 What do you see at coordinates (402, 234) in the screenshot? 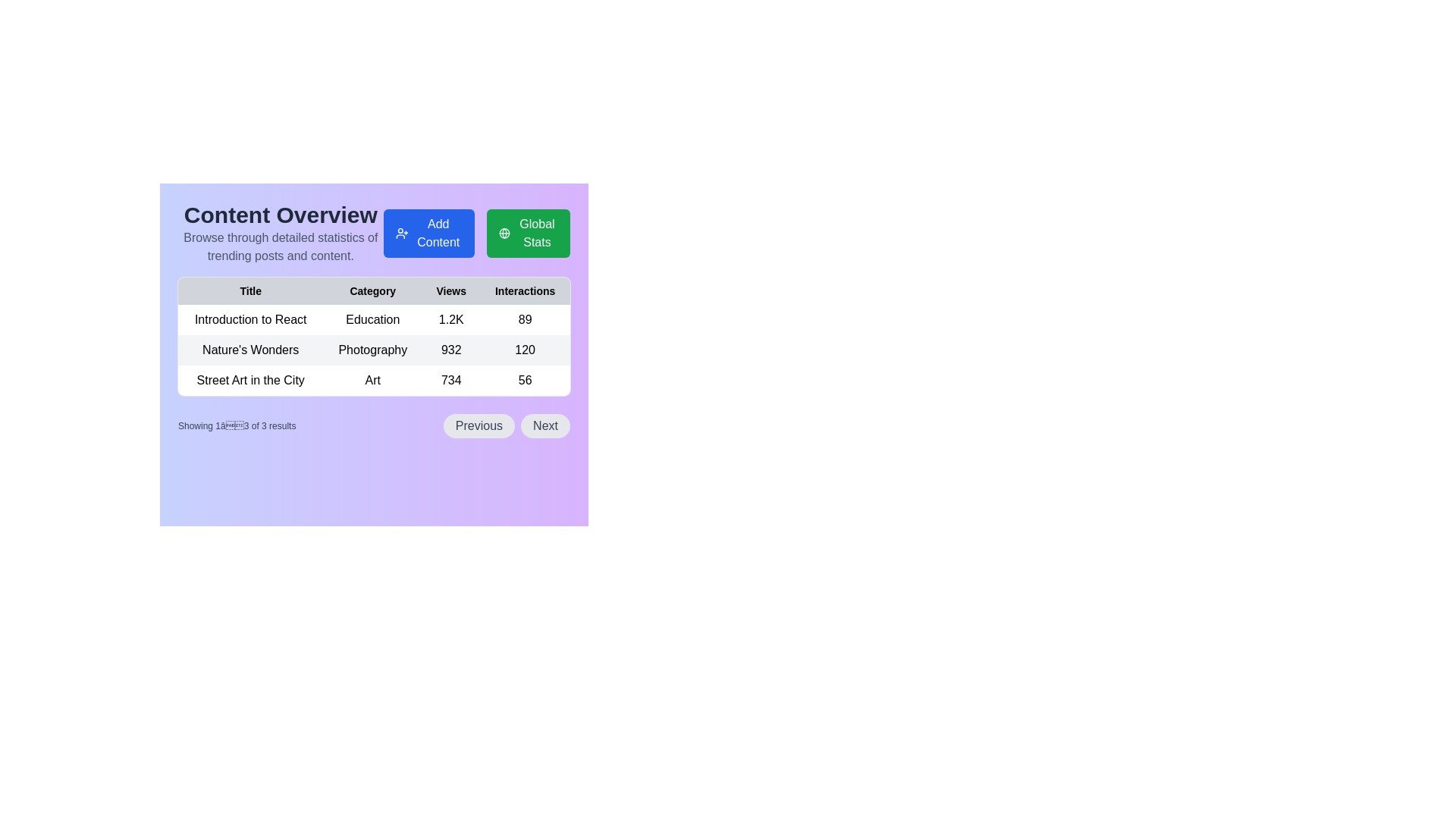
I see `the user-plus icon within the 'Add Content' button, which is a circular user silhouette with a plus sign on a blue background, located centrally at the top of the interface` at bounding box center [402, 234].